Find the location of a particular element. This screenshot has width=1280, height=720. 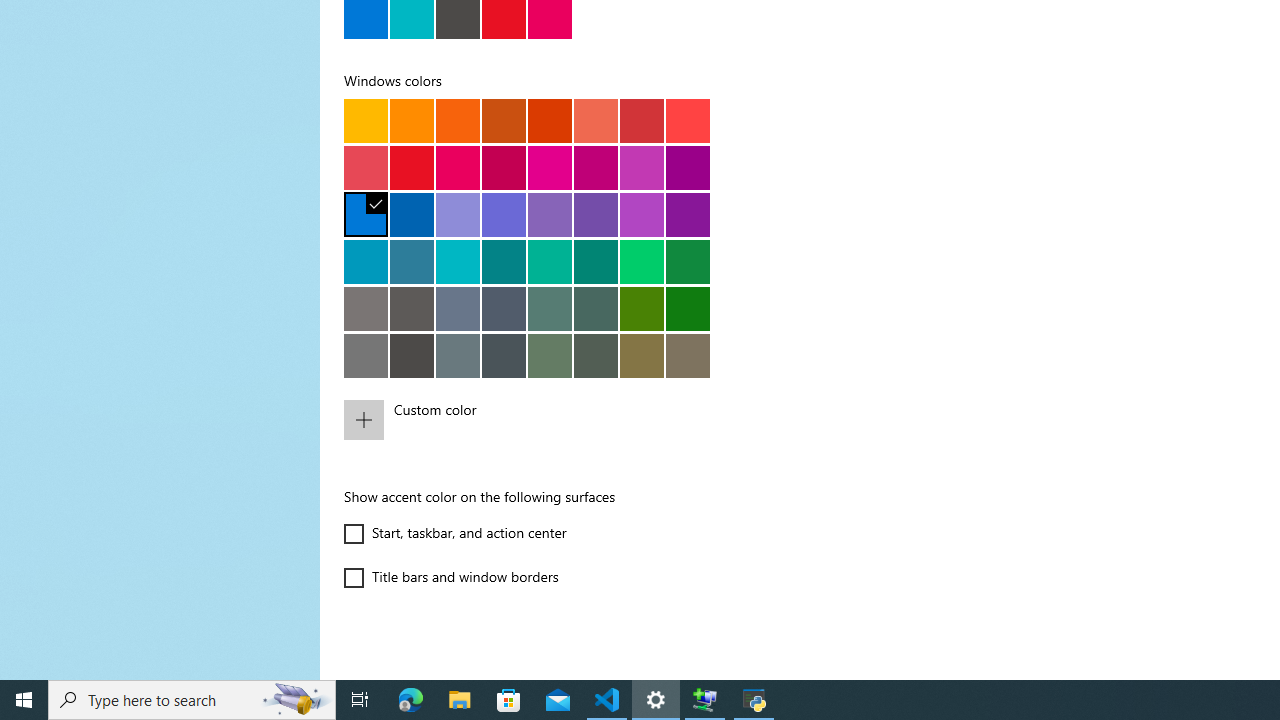

'Orange bright' is located at coordinates (457, 120).